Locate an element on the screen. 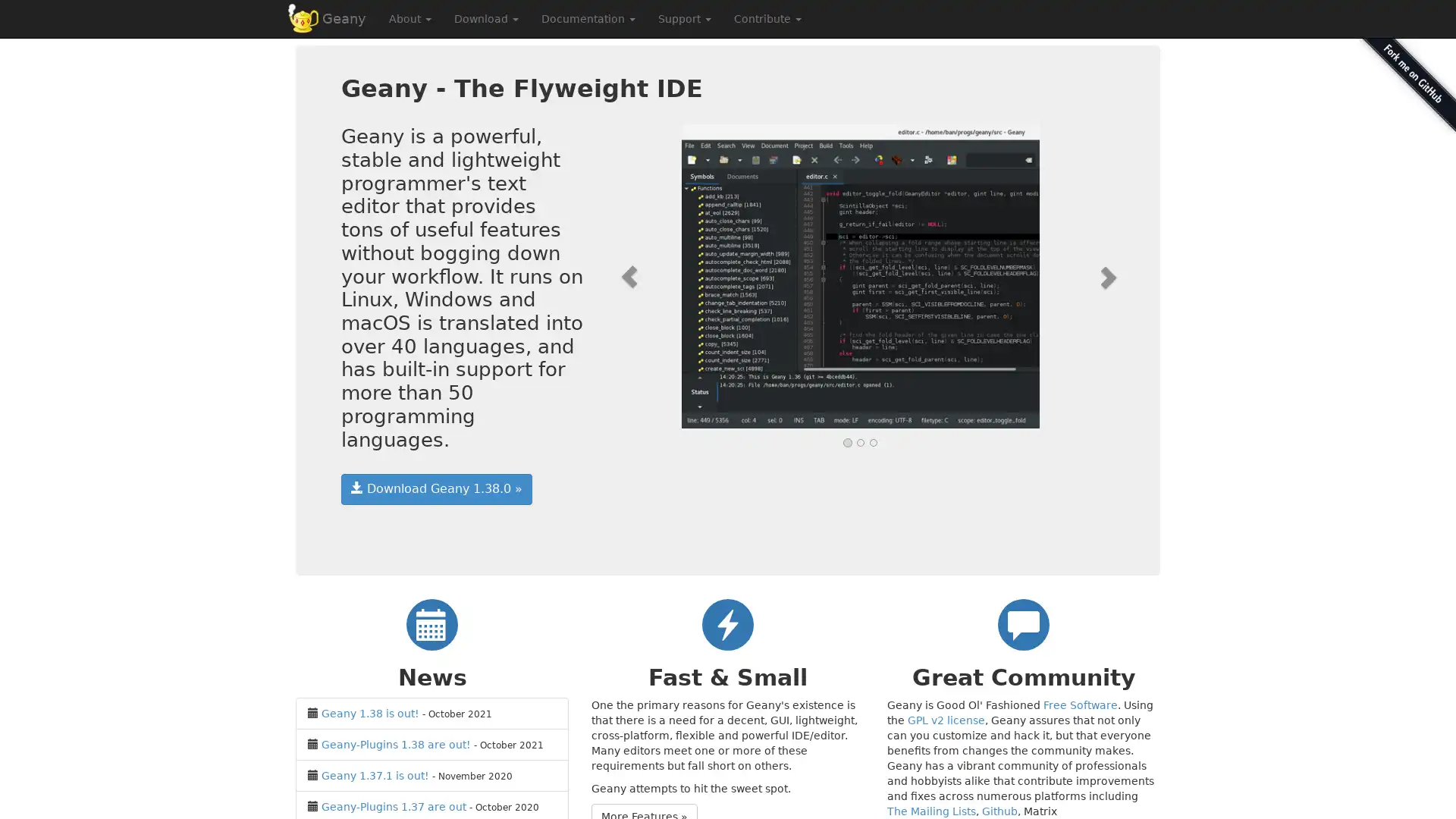 This screenshot has height=819, width=1456. Next is located at coordinates (1075, 277).